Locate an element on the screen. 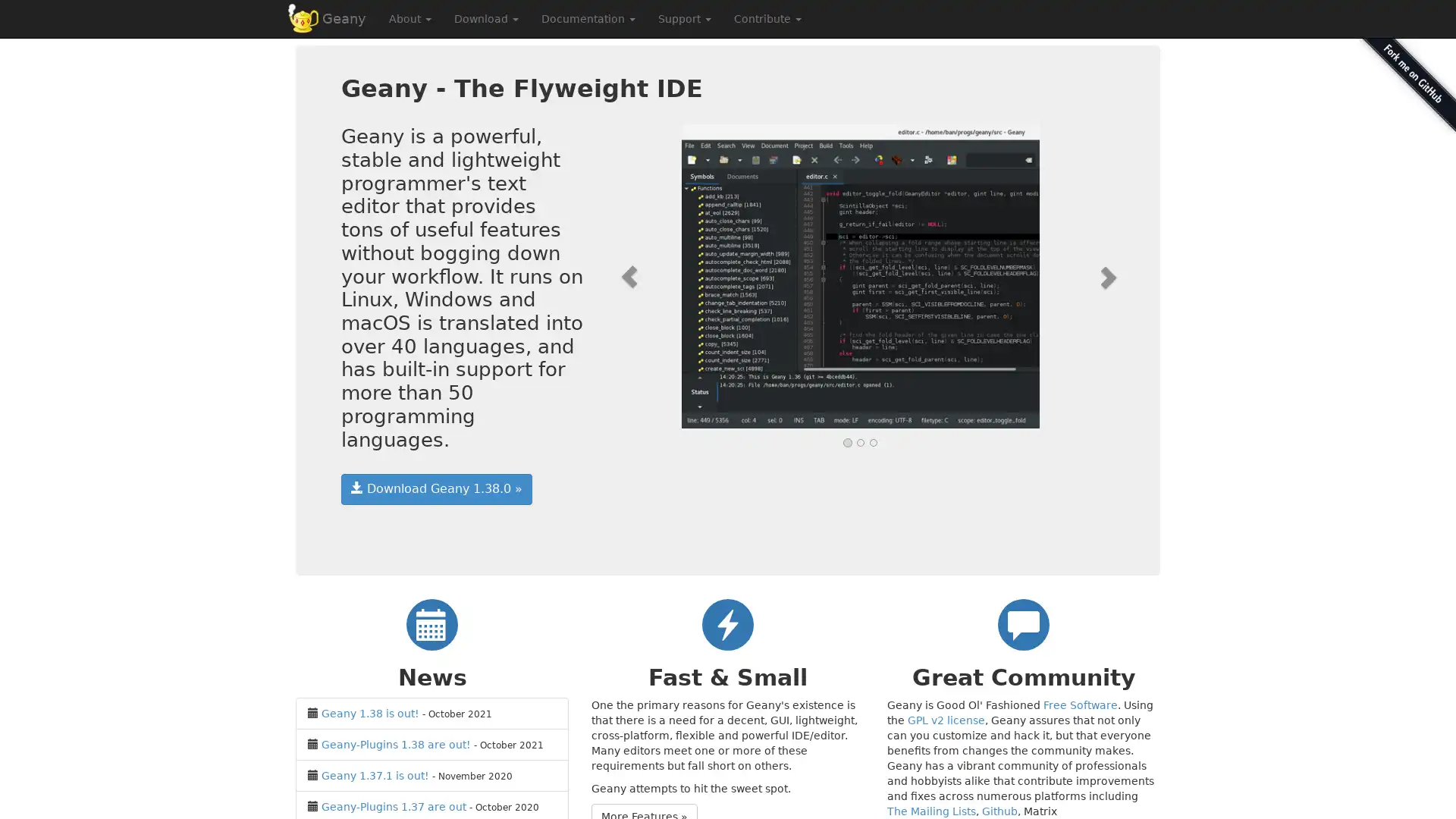 This screenshot has height=819, width=1456. Next is located at coordinates (1075, 277).